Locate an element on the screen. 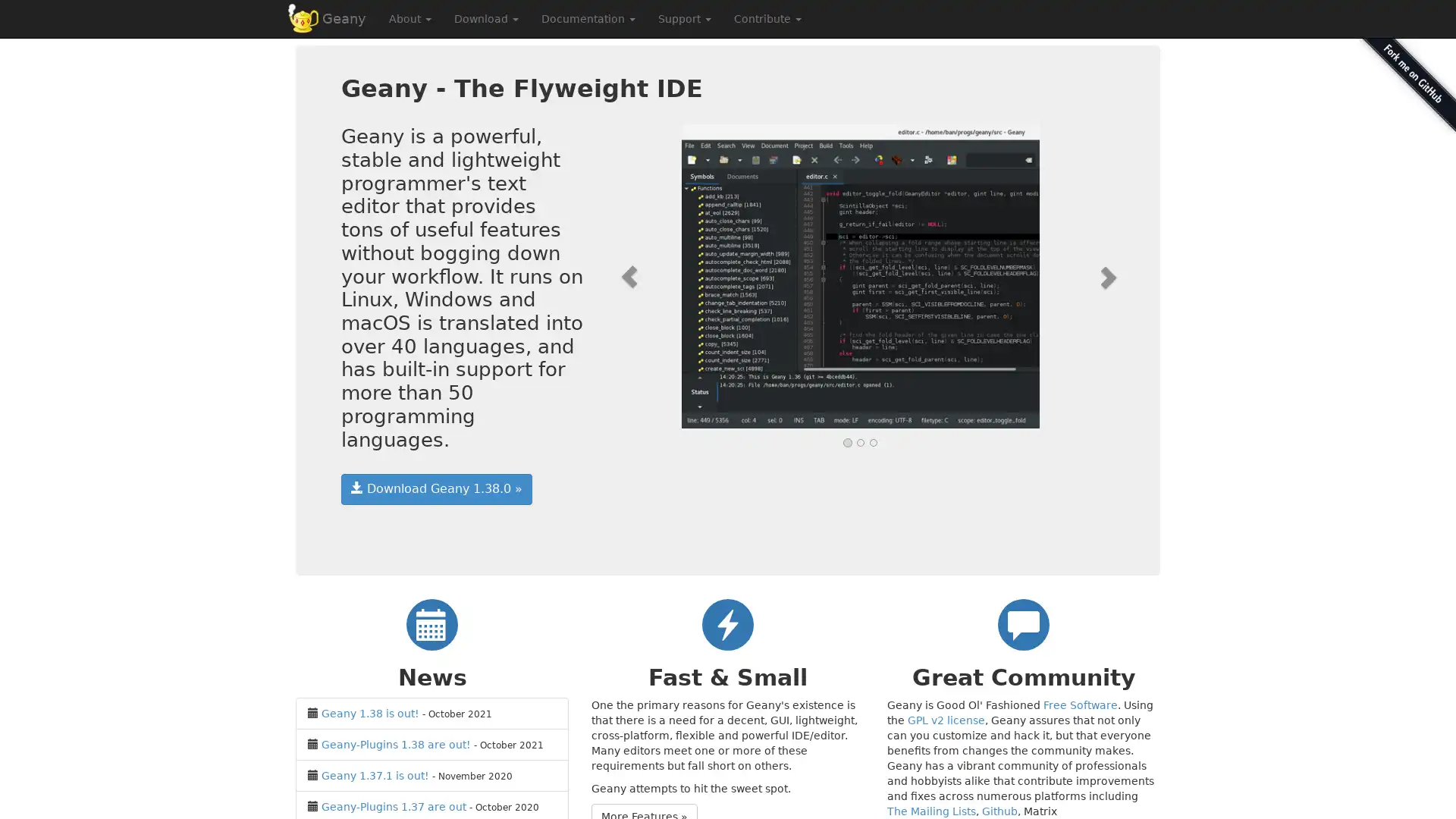 This screenshot has height=819, width=1456. Next is located at coordinates (1075, 277).